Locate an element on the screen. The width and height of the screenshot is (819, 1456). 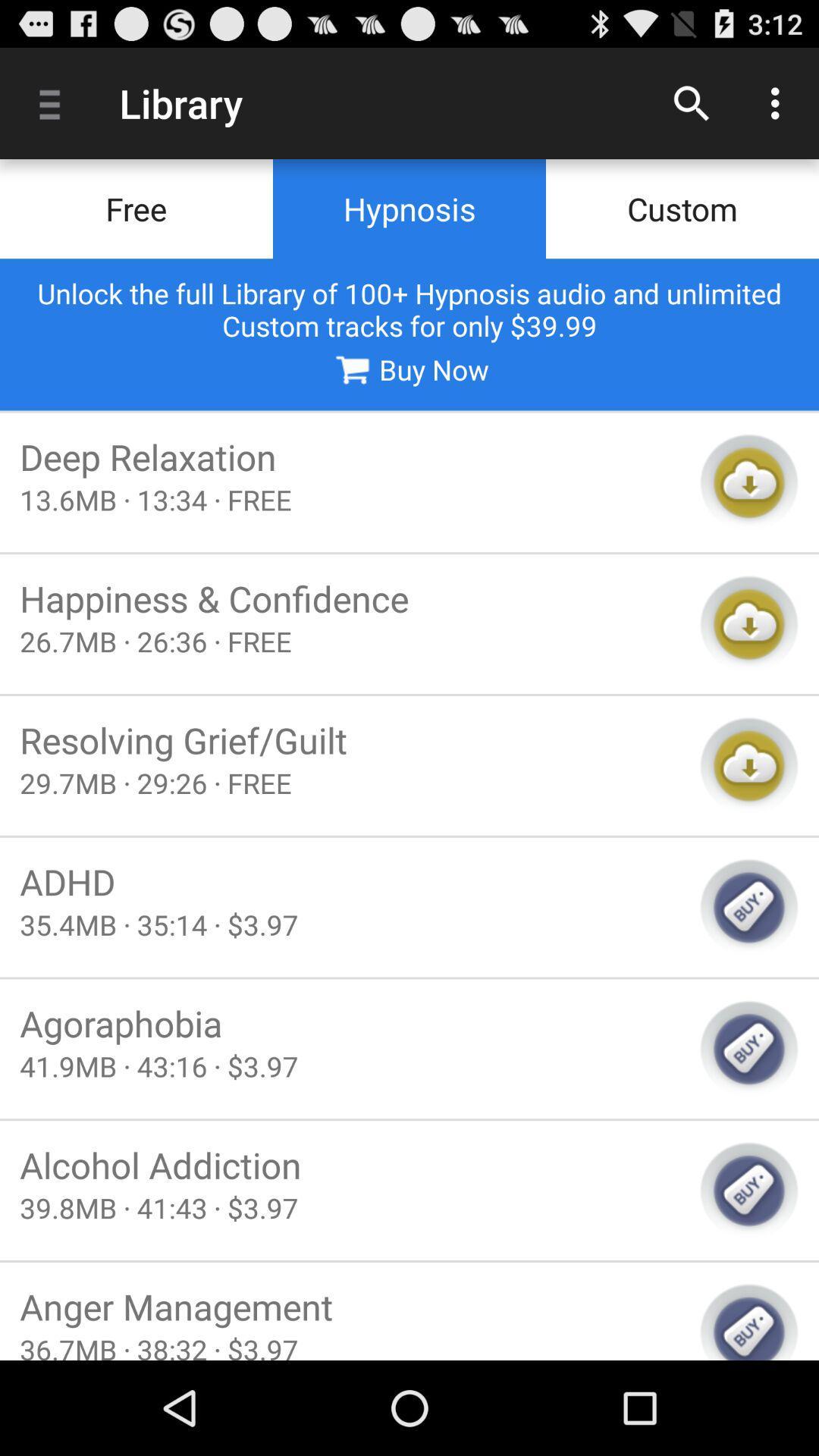
13 6mb 13 item is located at coordinates (350, 500).